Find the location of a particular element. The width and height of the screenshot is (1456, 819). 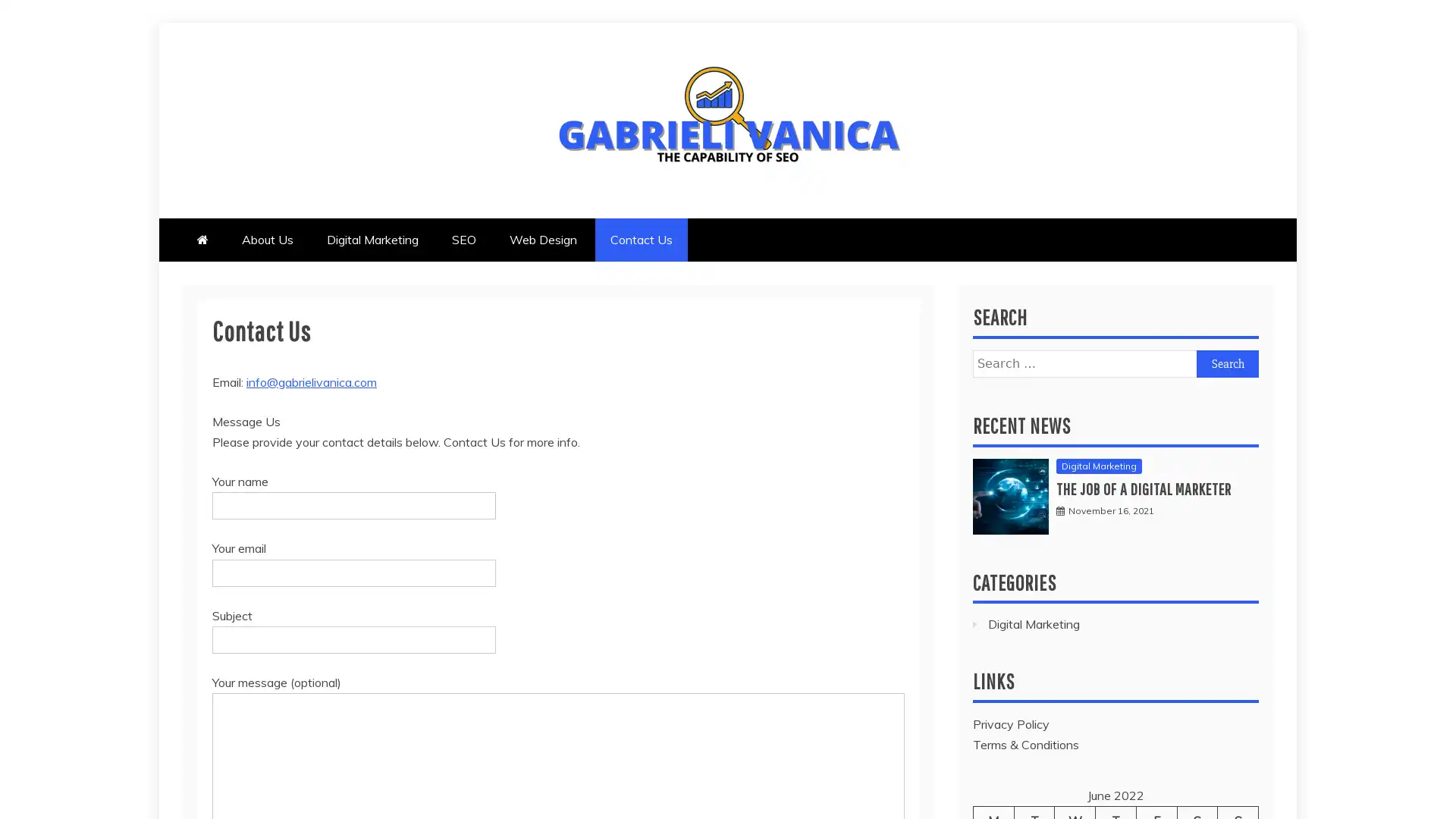

Search is located at coordinates (1227, 362).